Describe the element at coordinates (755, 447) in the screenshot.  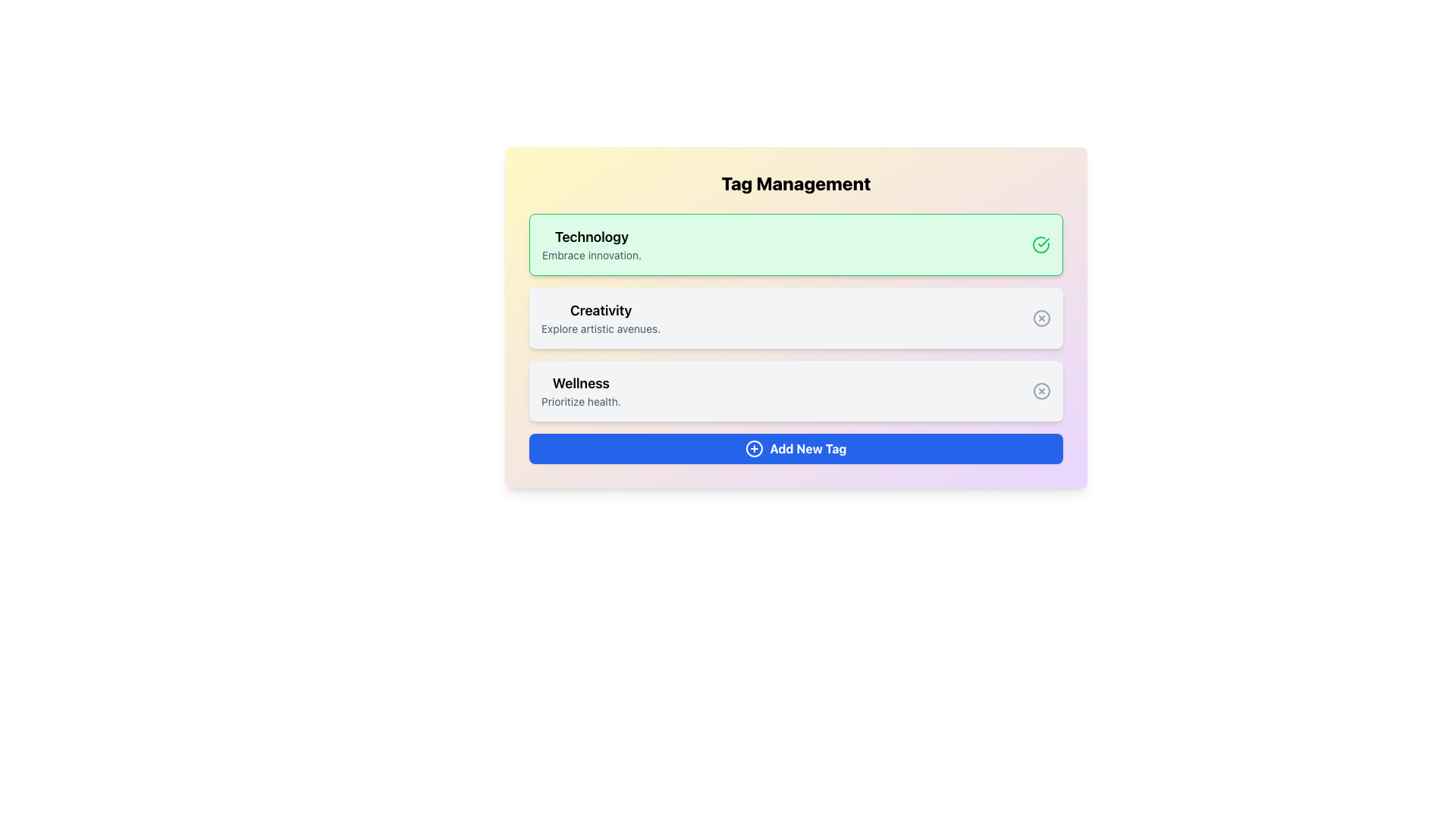
I see `the icon with a circular border and plus sign inside it, which is located on the left side of the 'Add New Tag' blue button at the bottom center of the interface` at that location.